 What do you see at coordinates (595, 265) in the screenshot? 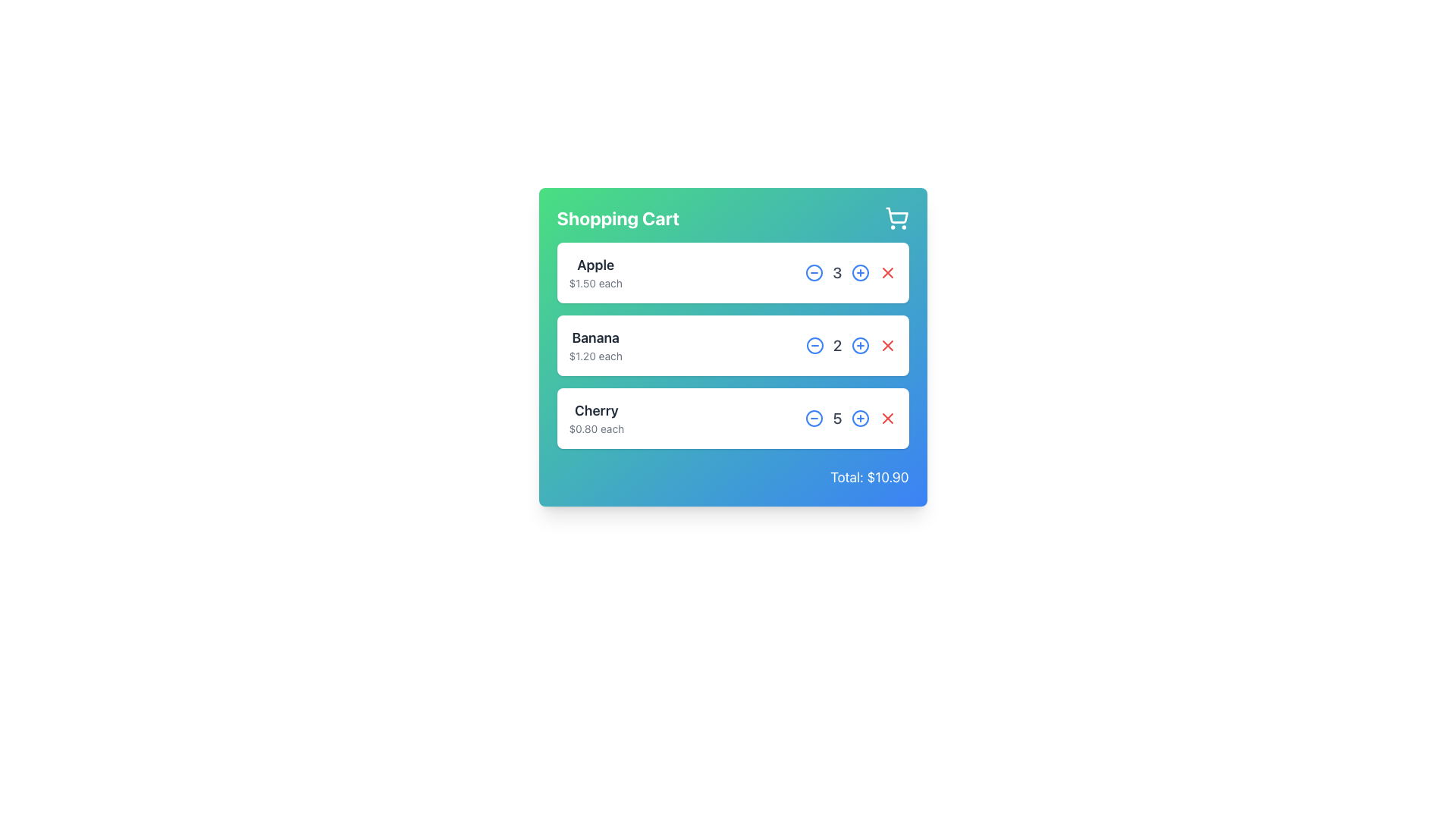
I see `text element displaying 'Apple' in bold, large font, located at the top of the item's entry in the shopping cart section to identify the product name` at bounding box center [595, 265].